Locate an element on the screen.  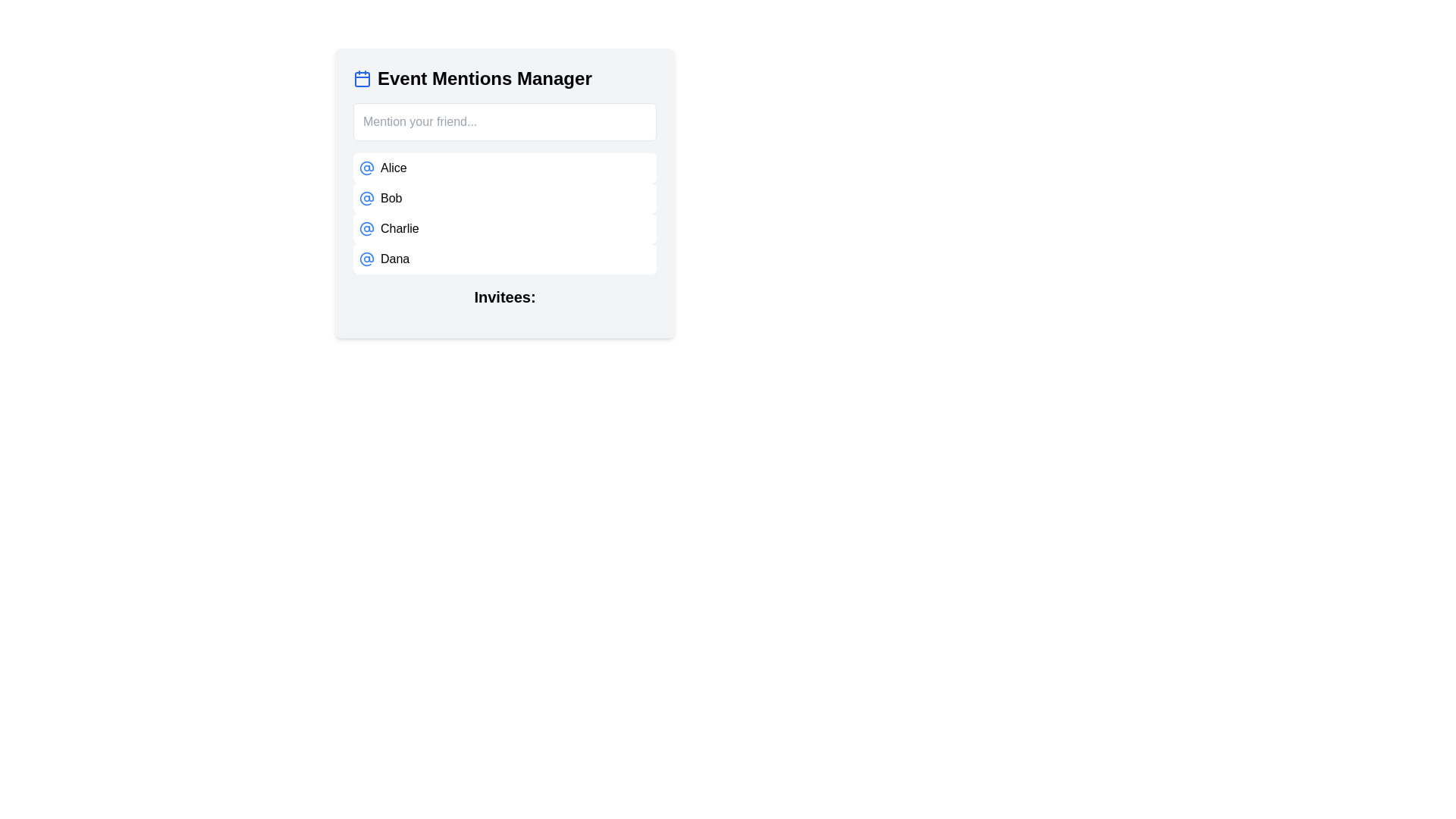
the user icon representing 'Bob', located in the second row of the list under 'Event Mentions Manager', to the left of the name 'Bob' is located at coordinates (367, 198).